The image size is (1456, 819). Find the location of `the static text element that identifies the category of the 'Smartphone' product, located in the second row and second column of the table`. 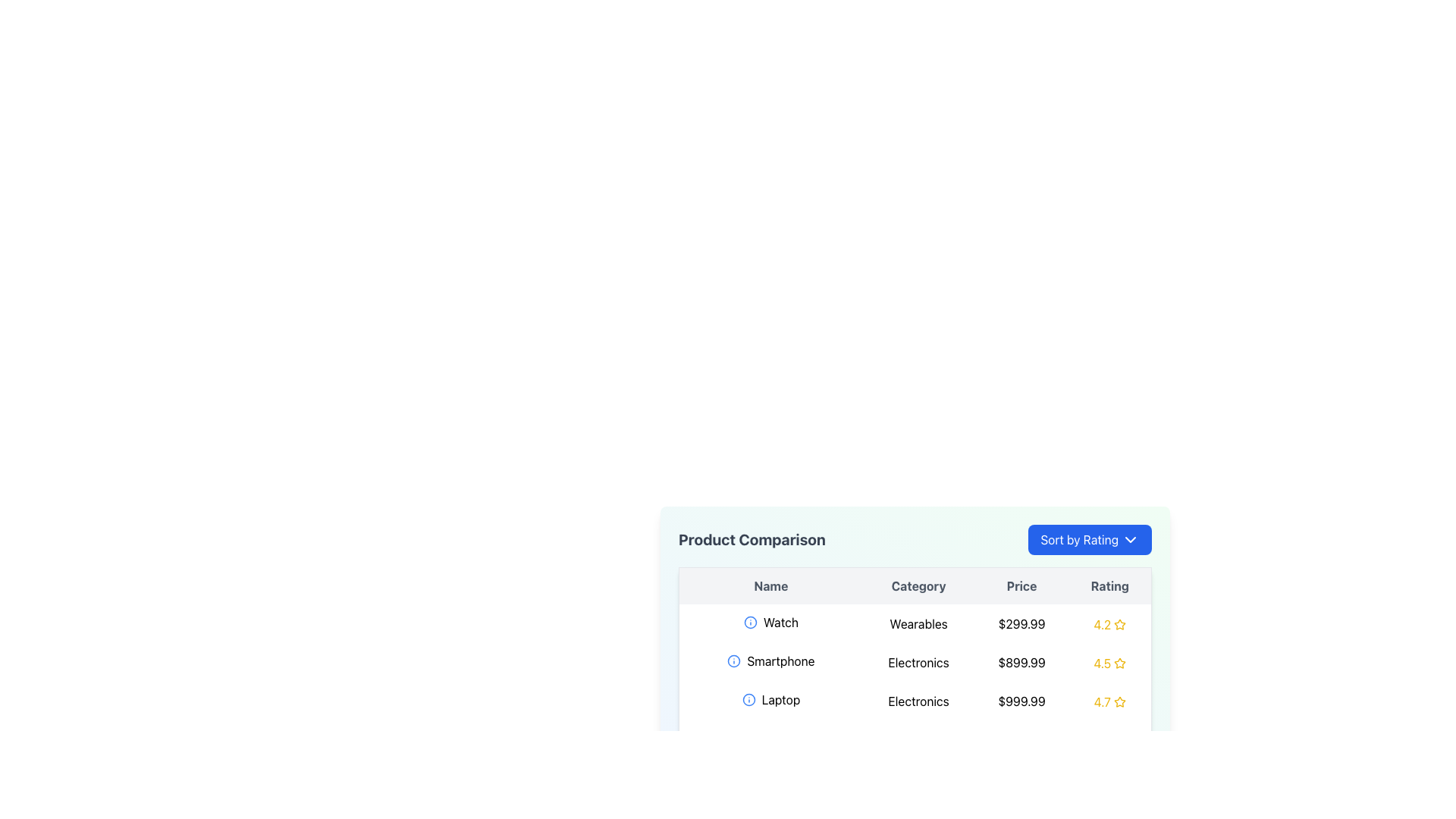

the static text element that identifies the category of the 'Smartphone' product, located in the second row and second column of the table is located at coordinates (918, 661).